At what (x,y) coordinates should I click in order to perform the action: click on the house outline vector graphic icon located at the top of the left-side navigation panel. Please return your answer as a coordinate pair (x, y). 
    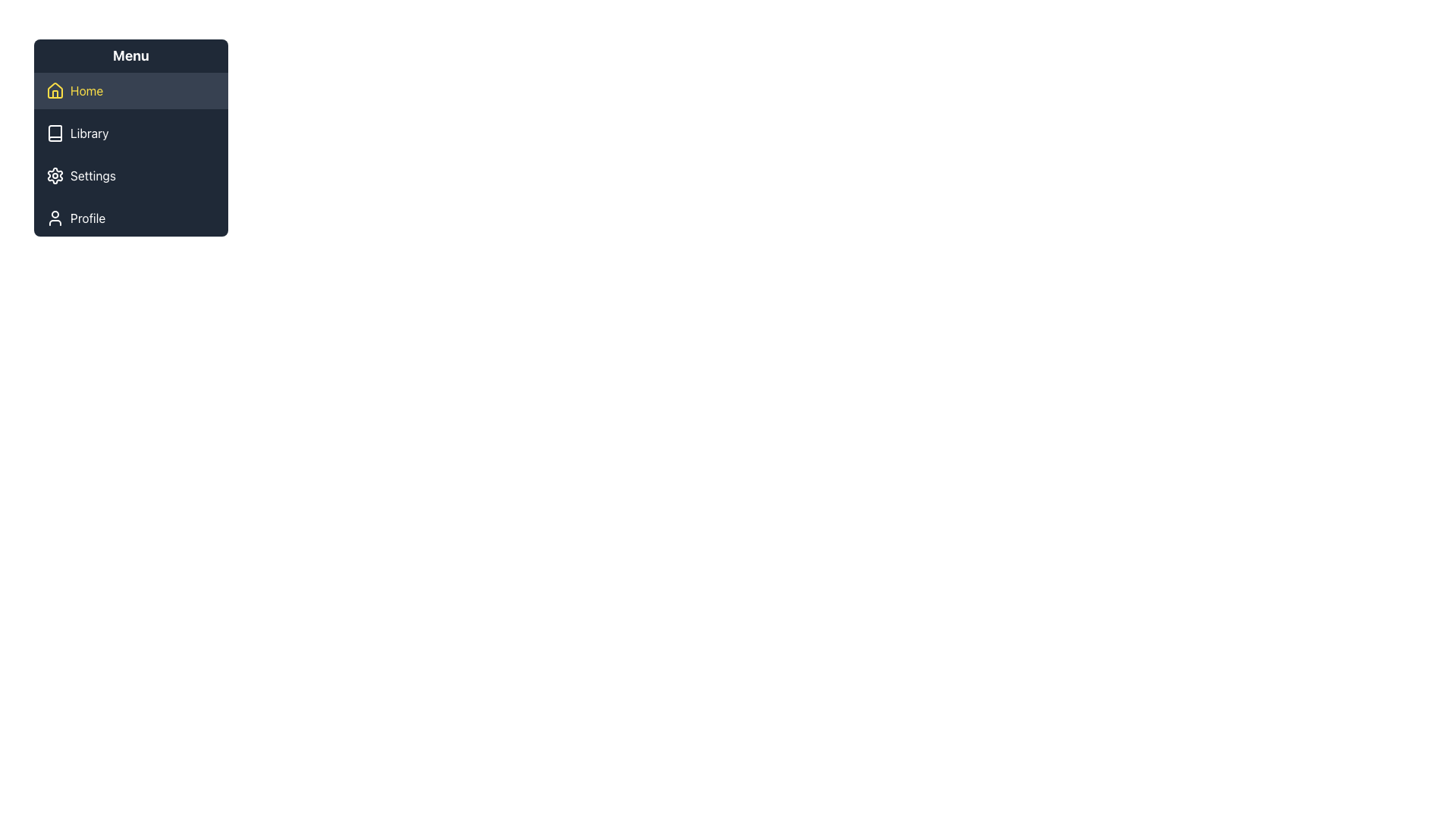
    Looking at the image, I should click on (55, 90).